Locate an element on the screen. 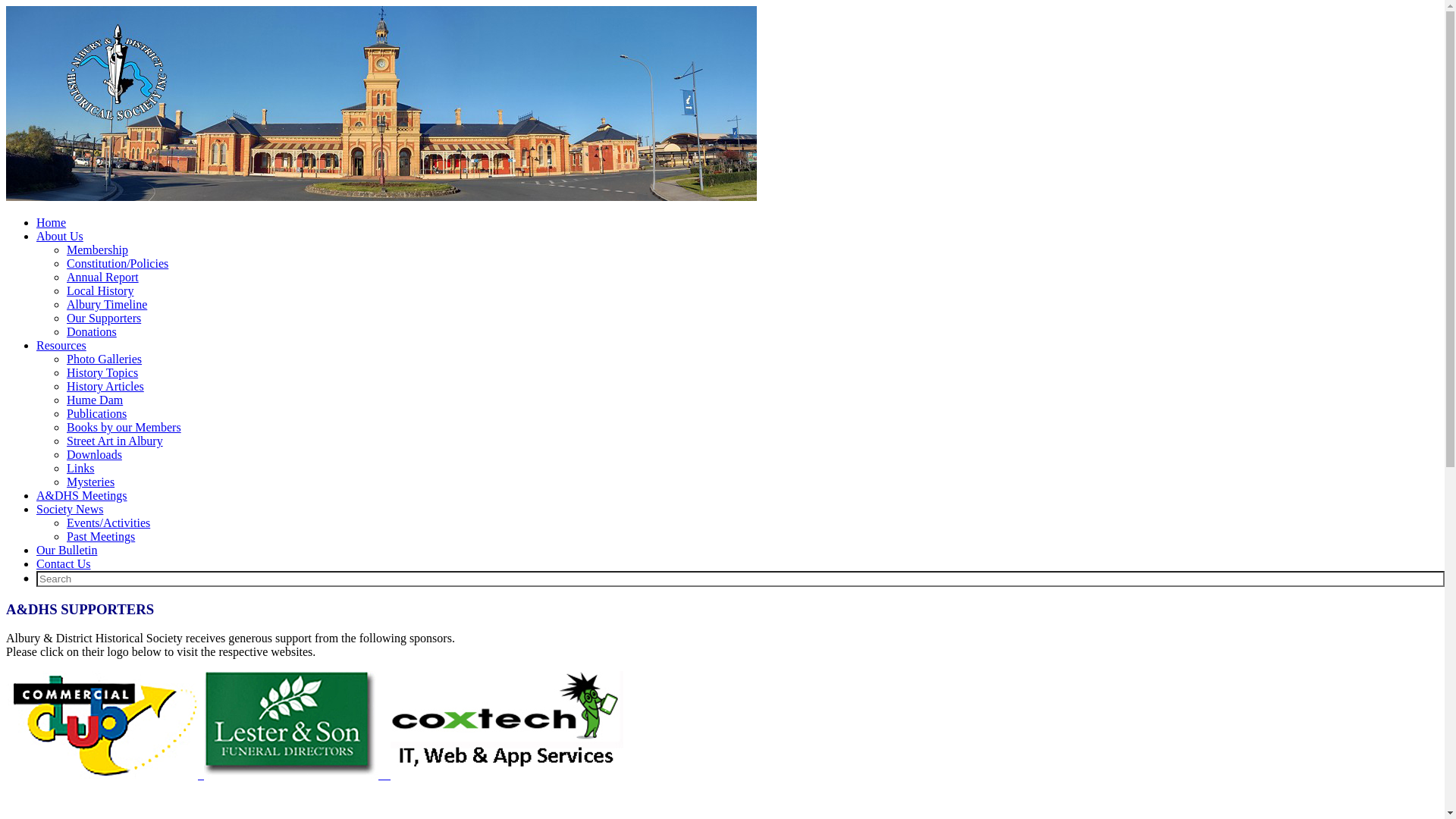 The width and height of the screenshot is (1456, 819). 'Our Bulletin' is located at coordinates (65, 550).